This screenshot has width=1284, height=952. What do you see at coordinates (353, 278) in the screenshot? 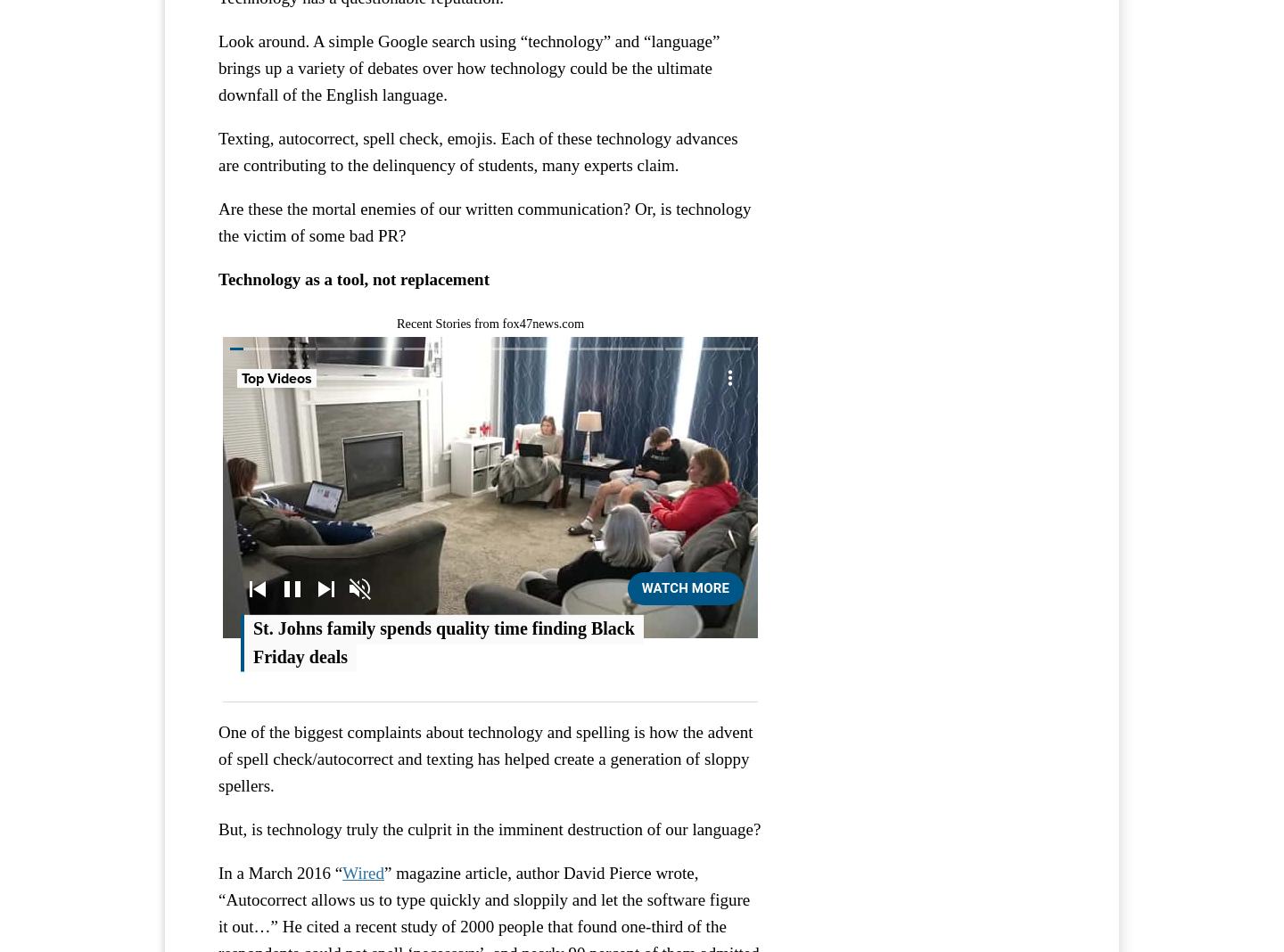
I see `'Technology as a tool, not replacement'` at bounding box center [353, 278].